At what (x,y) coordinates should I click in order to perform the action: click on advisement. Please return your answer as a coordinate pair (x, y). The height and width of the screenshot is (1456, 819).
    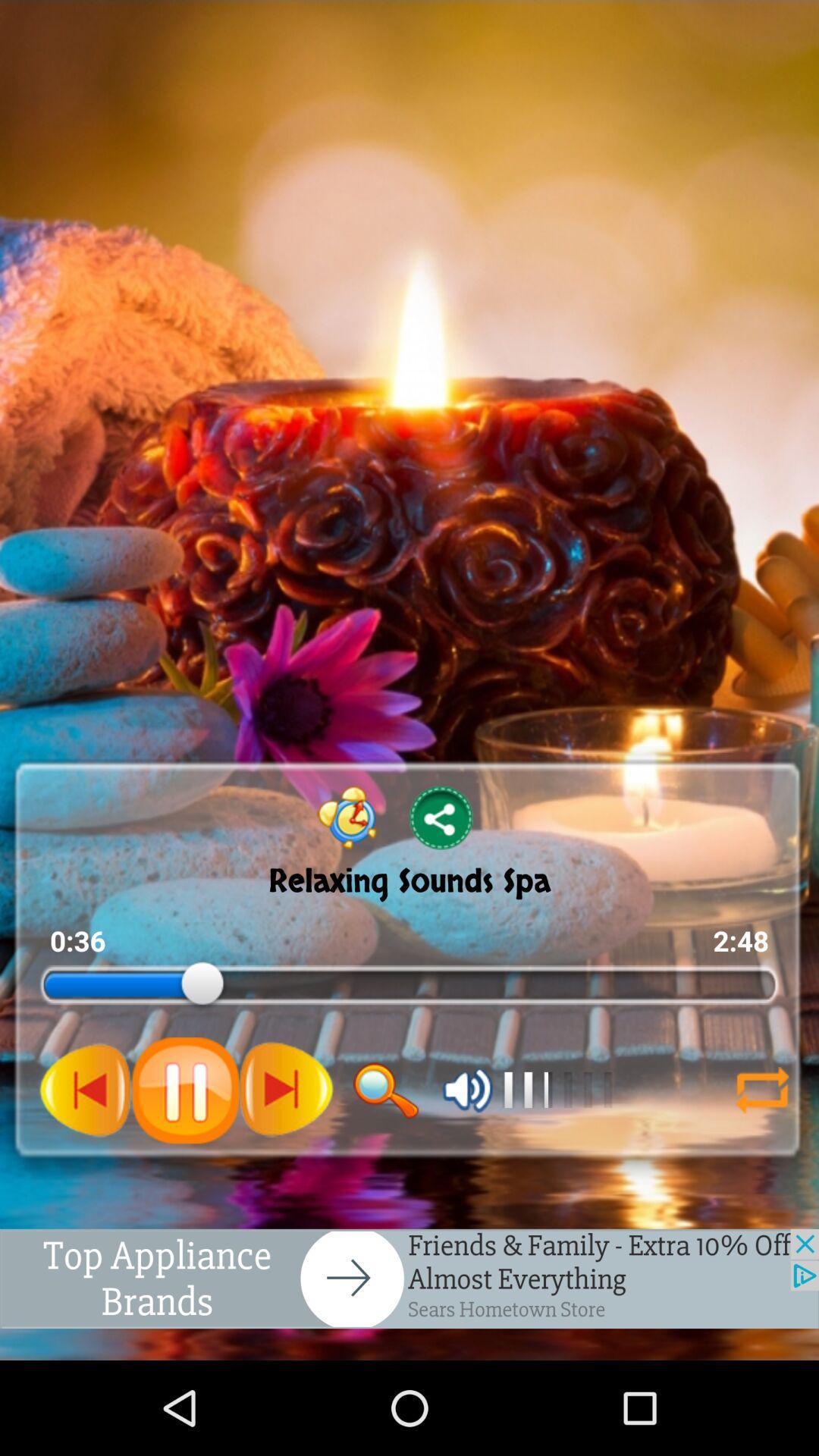
    Looking at the image, I should click on (409, 1278).